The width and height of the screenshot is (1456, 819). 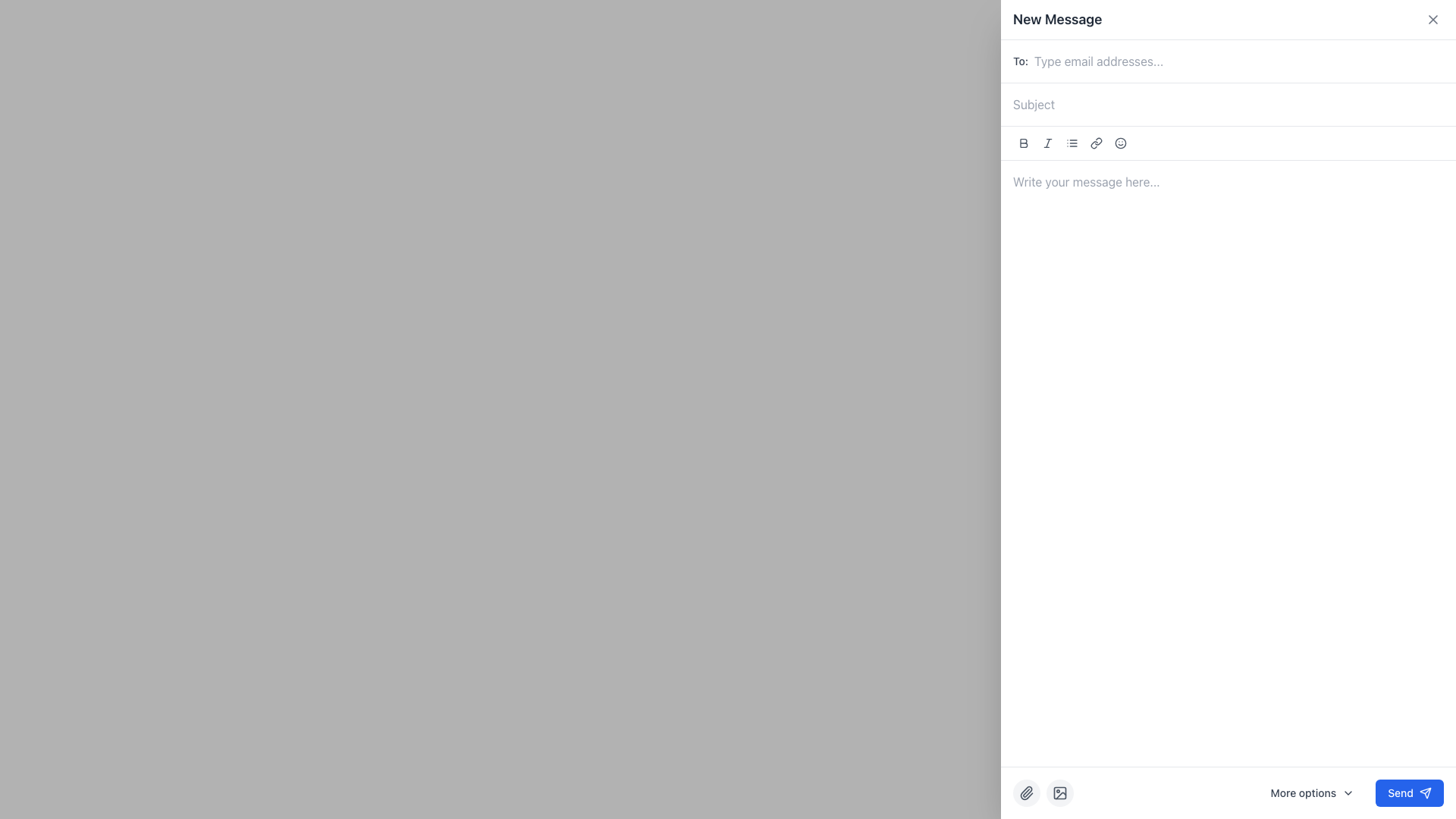 I want to click on the blue 'Send' button with white text and a paper plane icon located at the bottom-right corner of the interface, so click(x=1409, y=792).